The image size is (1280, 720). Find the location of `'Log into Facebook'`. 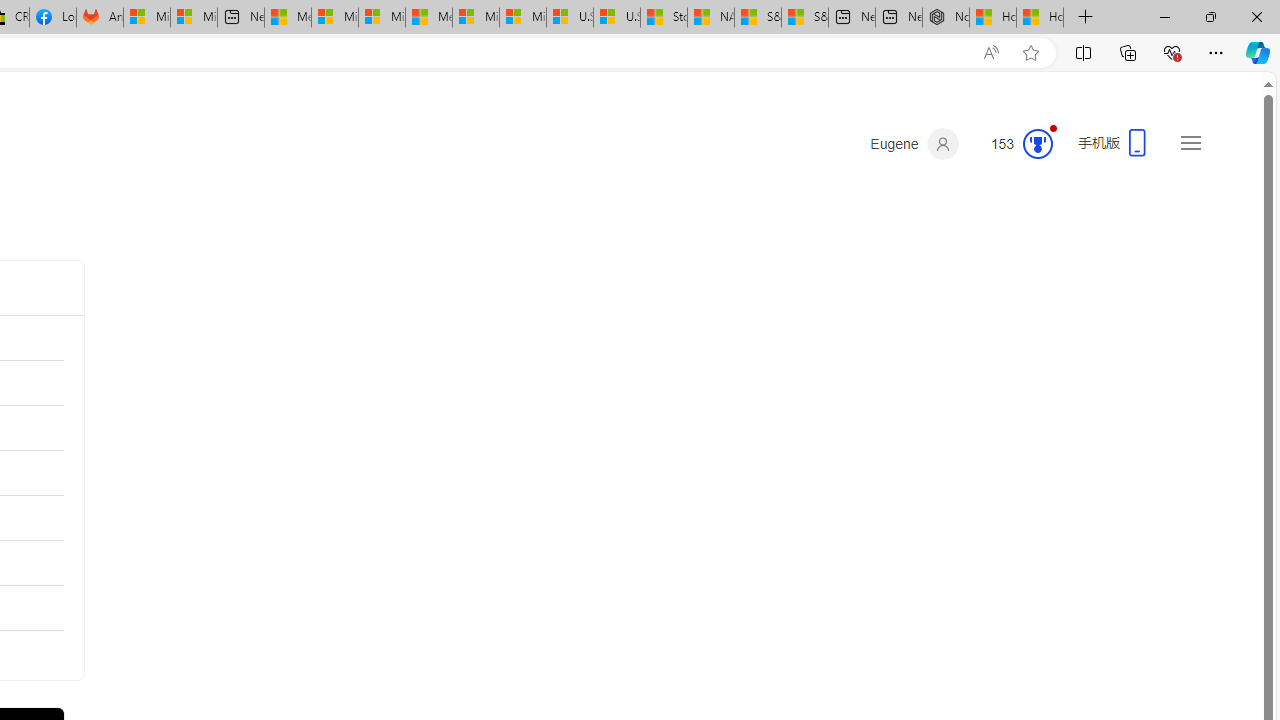

'Log into Facebook' is located at coordinates (52, 17).